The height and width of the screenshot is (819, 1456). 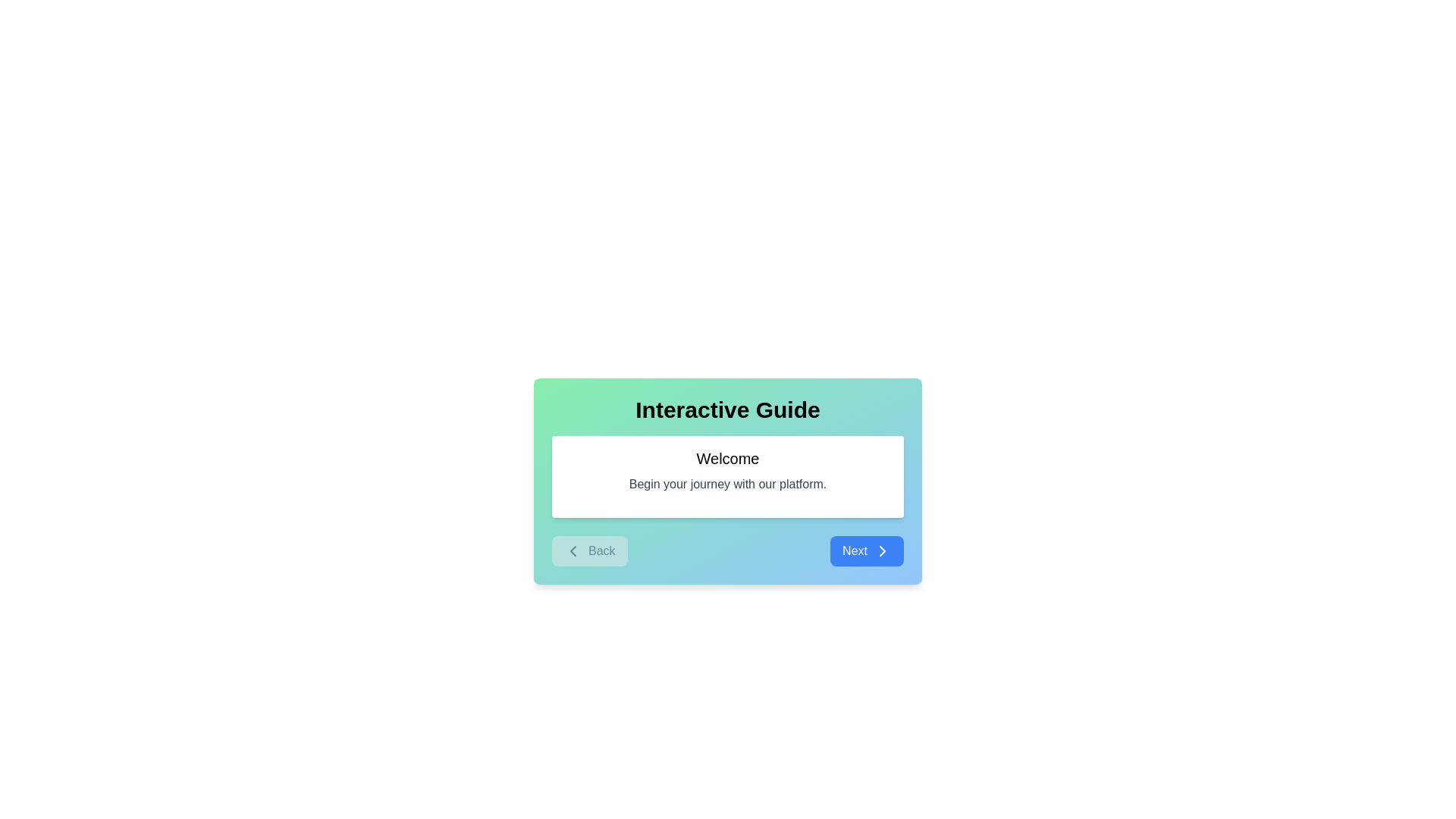 I want to click on the 'Next' button, which is a rectangular button with white text on a blue background and a right-pointing chevron icon, located at the bottom right corner of the layout, so click(x=867, y=551).